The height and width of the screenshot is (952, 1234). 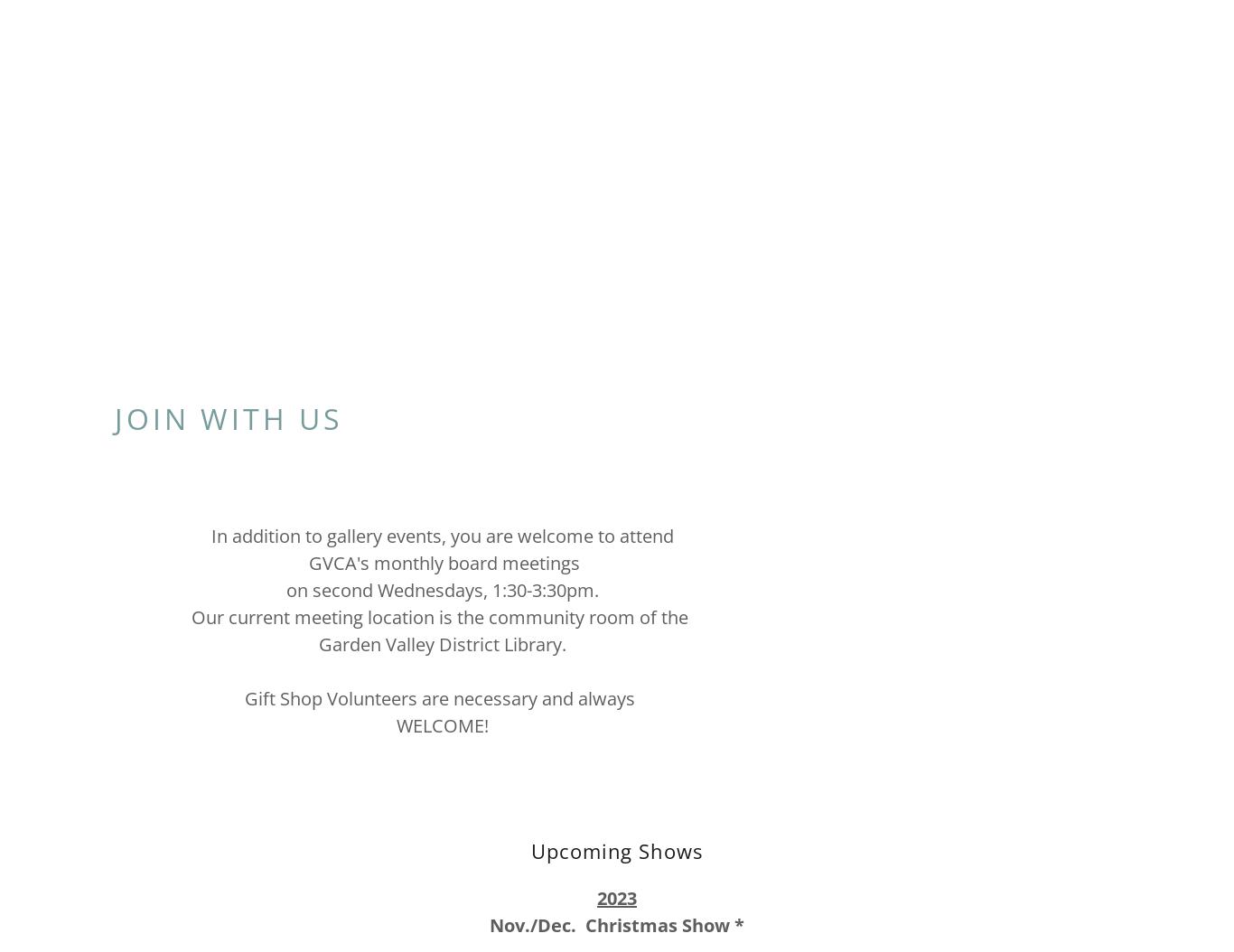 What do you see at coordinates (442, 534) in the screenshot?
I see `'In addition to gallery events, you are welcome to attend'` at bounding box center [442, 534].